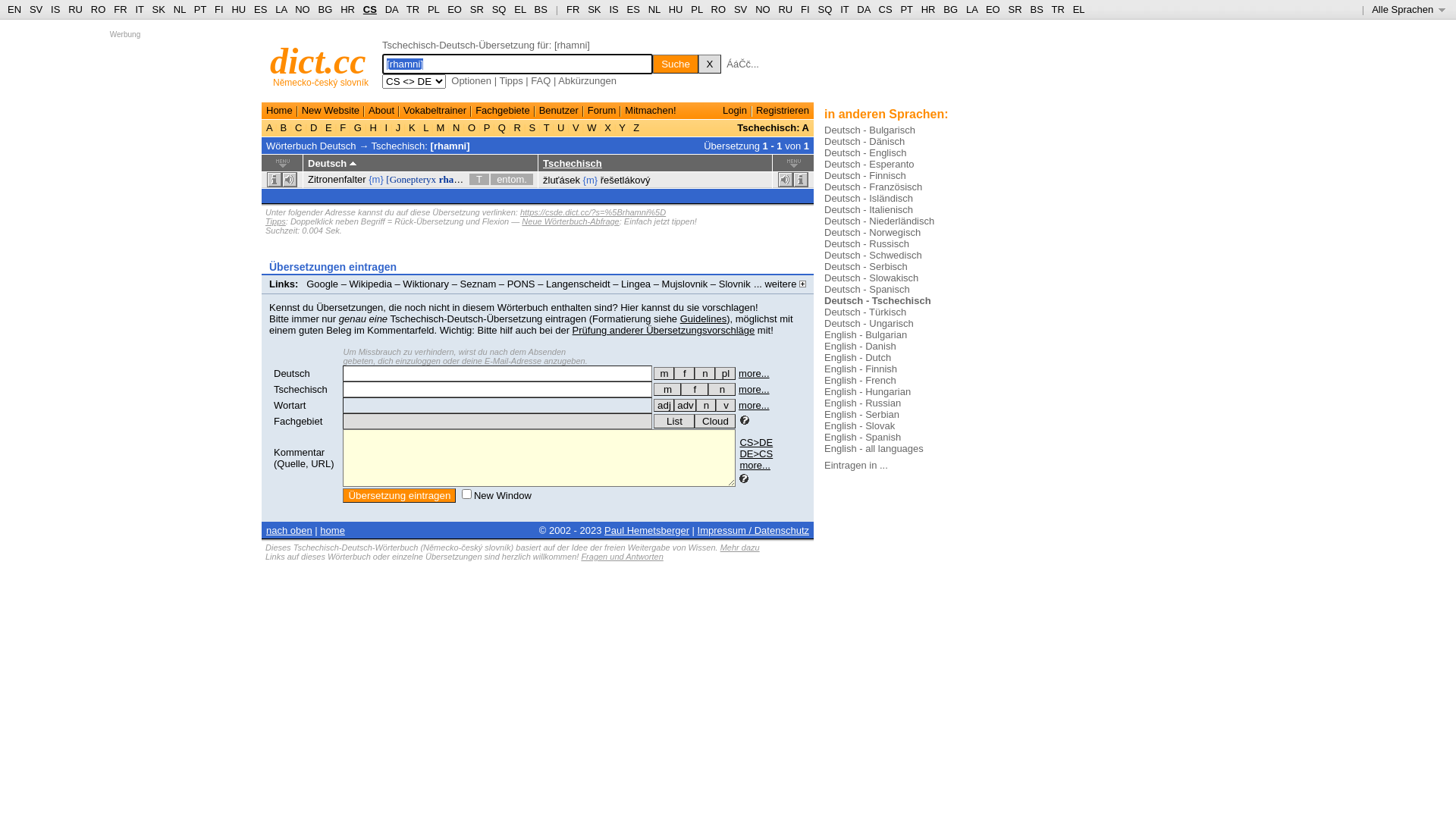 The width and height of the screenshot is (1456, 819). Describe the element at coordinates (823, 437) in the screenshot. I see `'English - Spanish'` at that location.